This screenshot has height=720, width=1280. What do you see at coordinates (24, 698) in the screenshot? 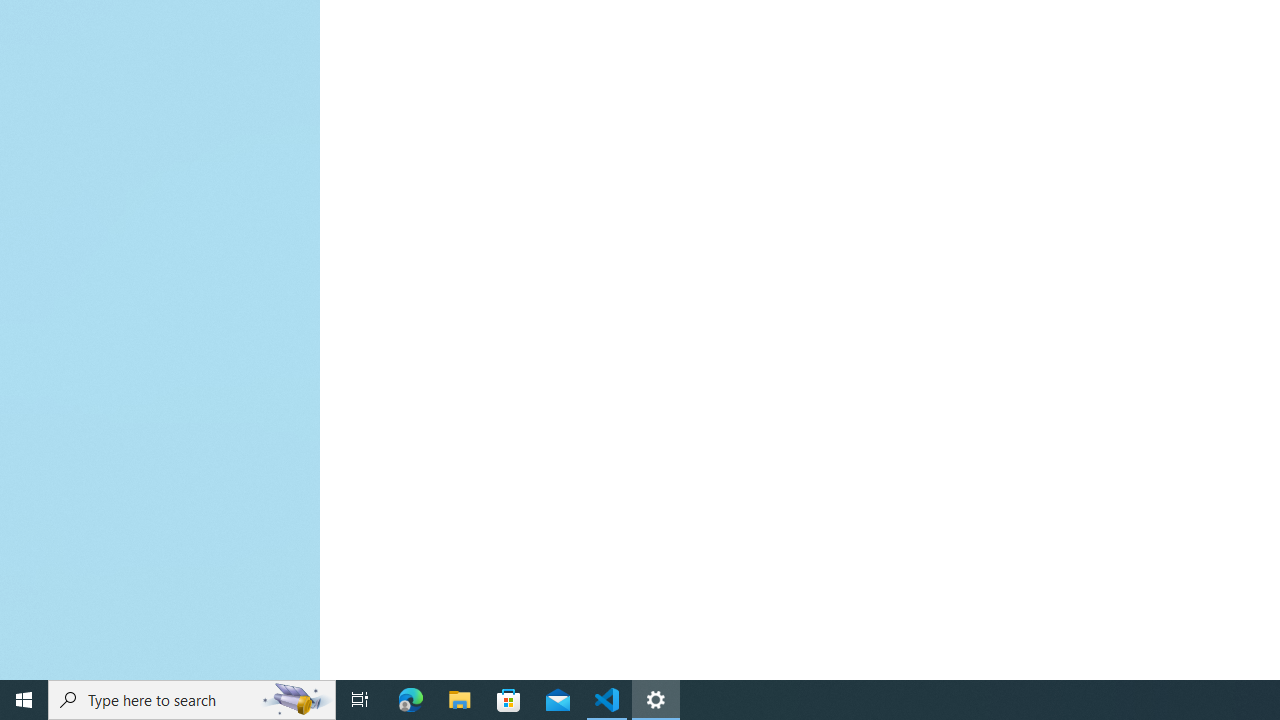
I see `'Start'` at bounding box center [24, 698].